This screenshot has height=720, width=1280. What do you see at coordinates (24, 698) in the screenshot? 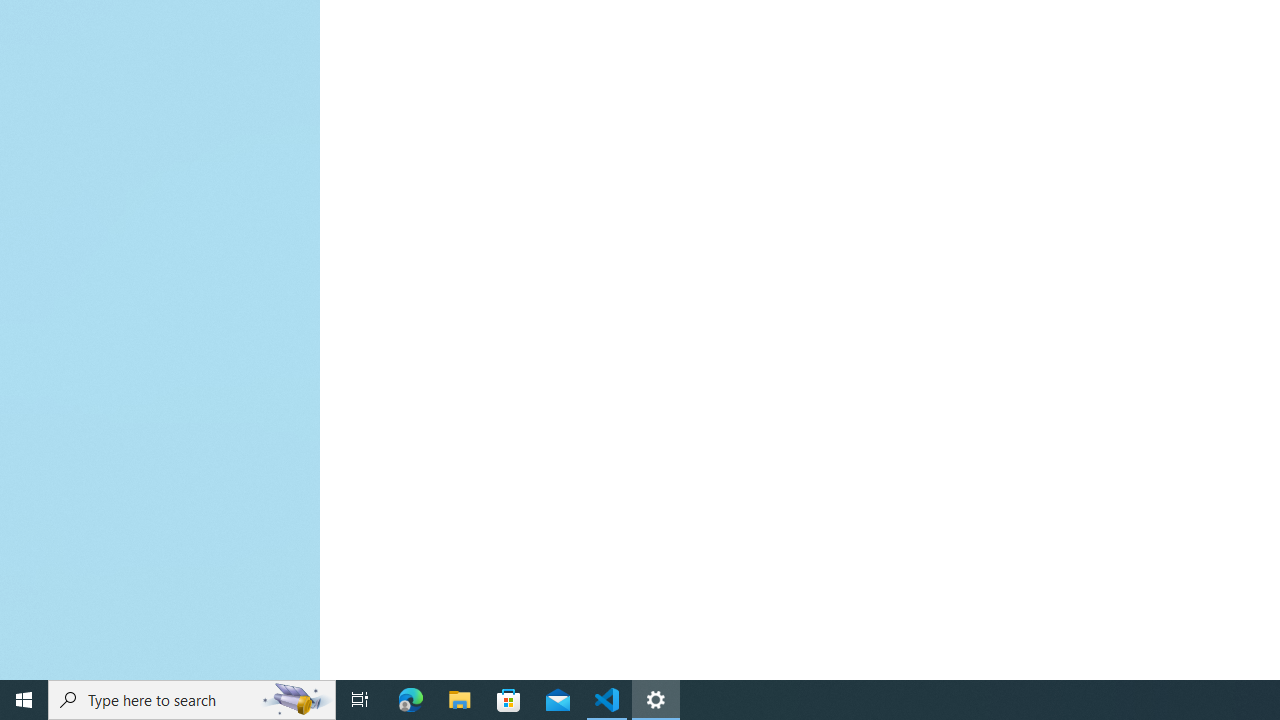
I see `'Start'` at bounding box center [24, 698].